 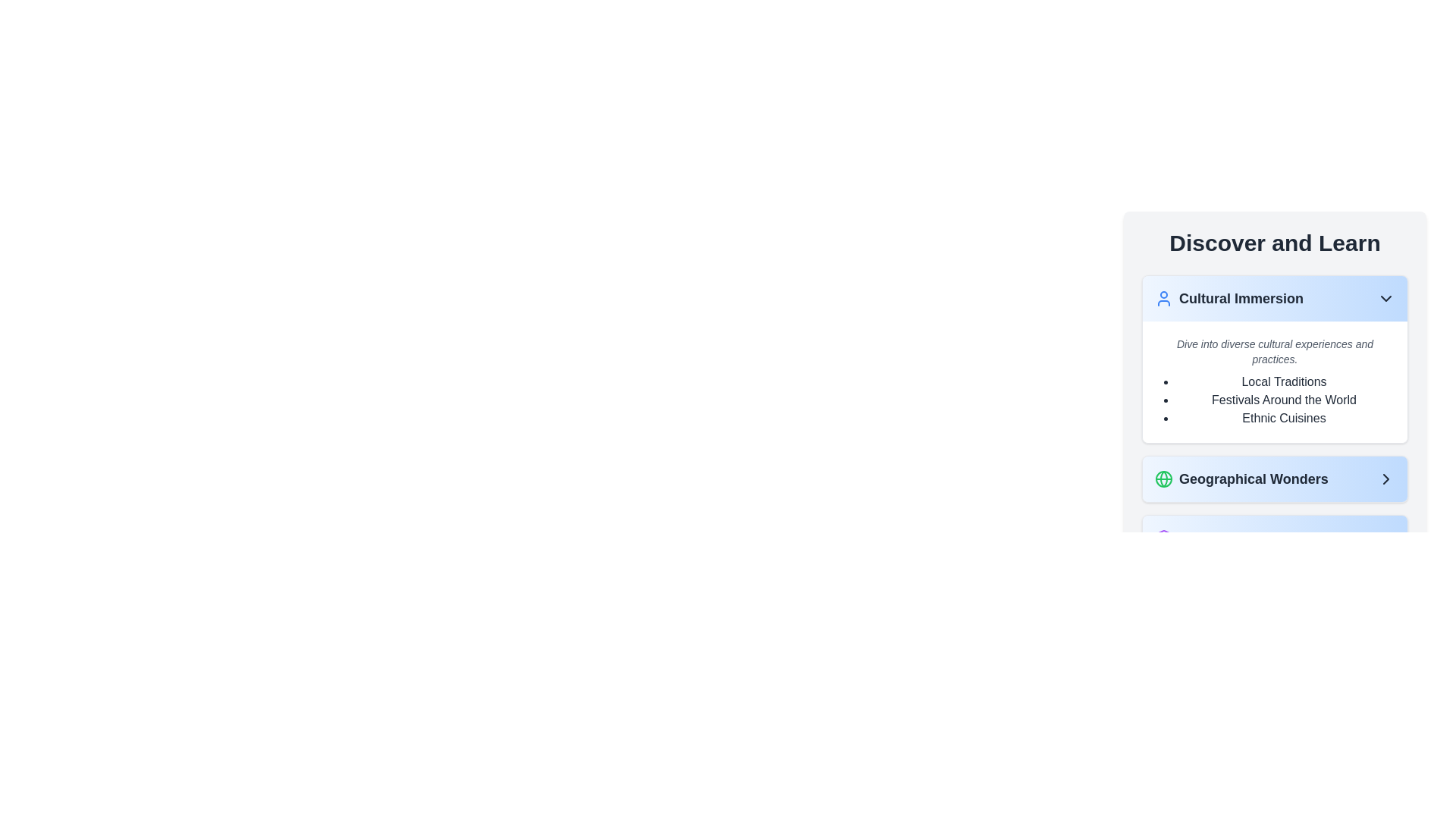 I want to click on the 'Local Traditions' label in the vertical bullet list under the 'Cultural Immersion' section, so click(x=1283, y=381).